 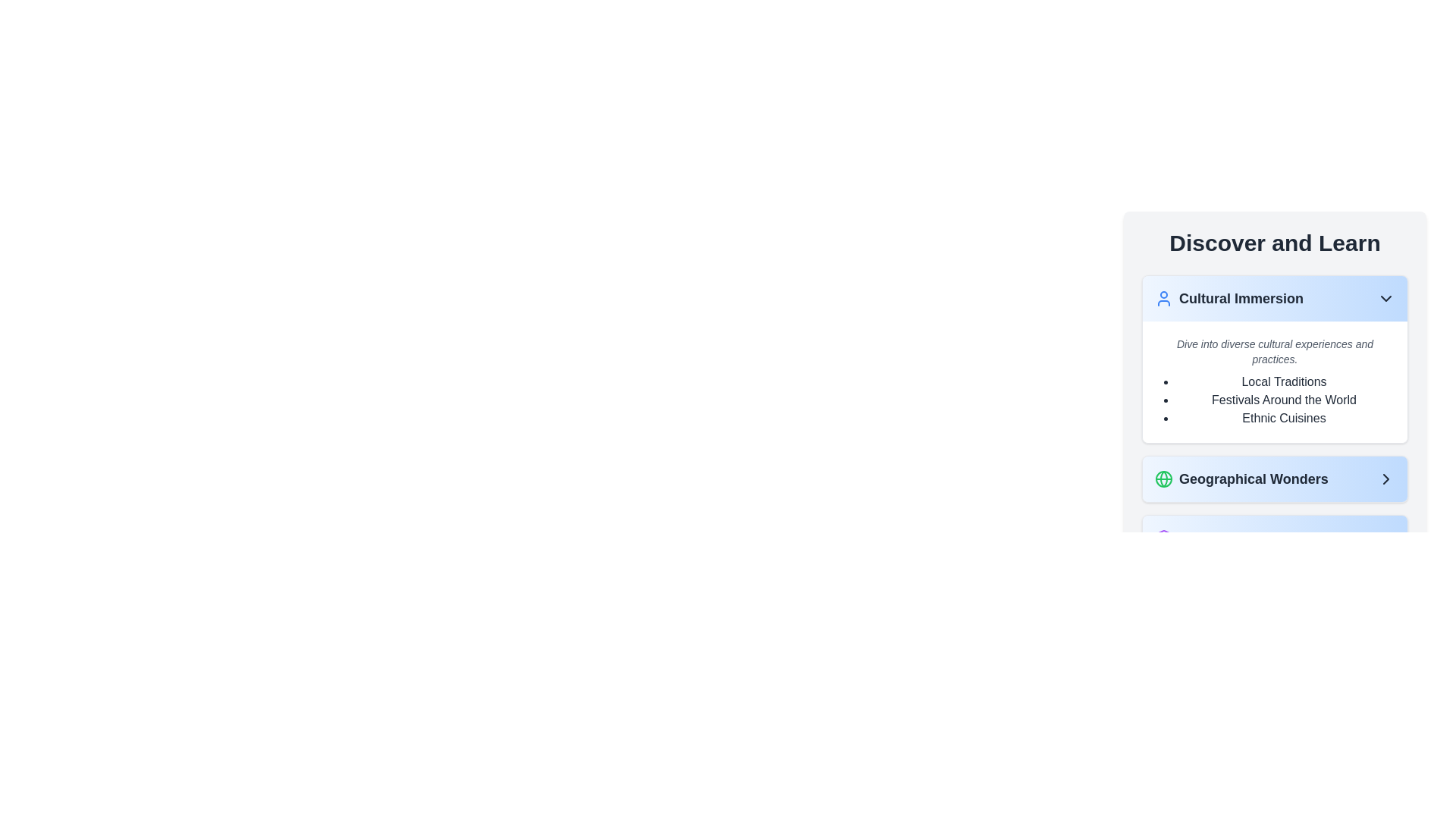 I want to click on the 'Local Traditions' label in the vertical bullet list under the 'Cultural Immersion' section, so click(x=1283, y=381).